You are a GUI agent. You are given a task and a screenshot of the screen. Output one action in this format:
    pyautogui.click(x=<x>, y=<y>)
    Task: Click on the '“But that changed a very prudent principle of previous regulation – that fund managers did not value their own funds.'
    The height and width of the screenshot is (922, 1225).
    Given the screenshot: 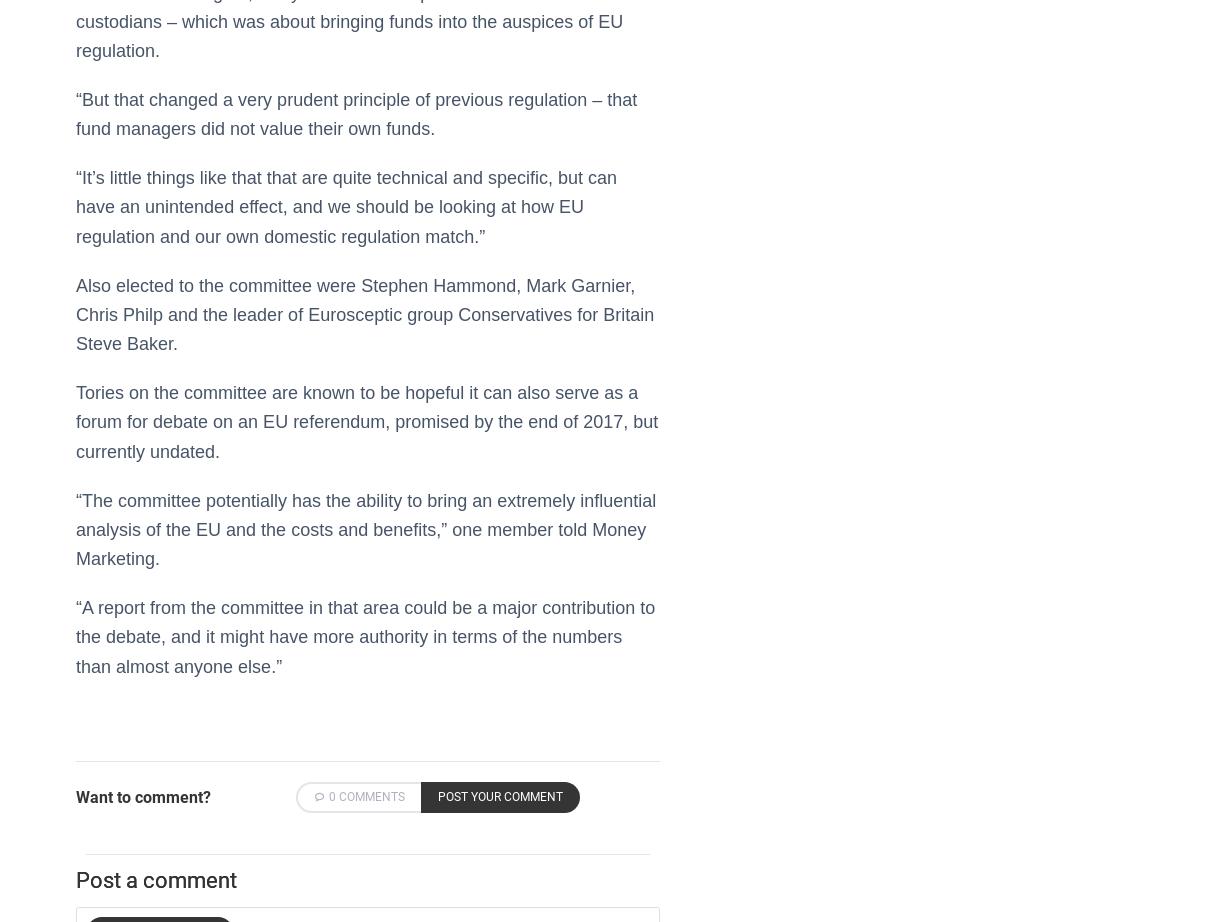 What is the action you would take?
    pyautogui.click(x=75, y=114)
    